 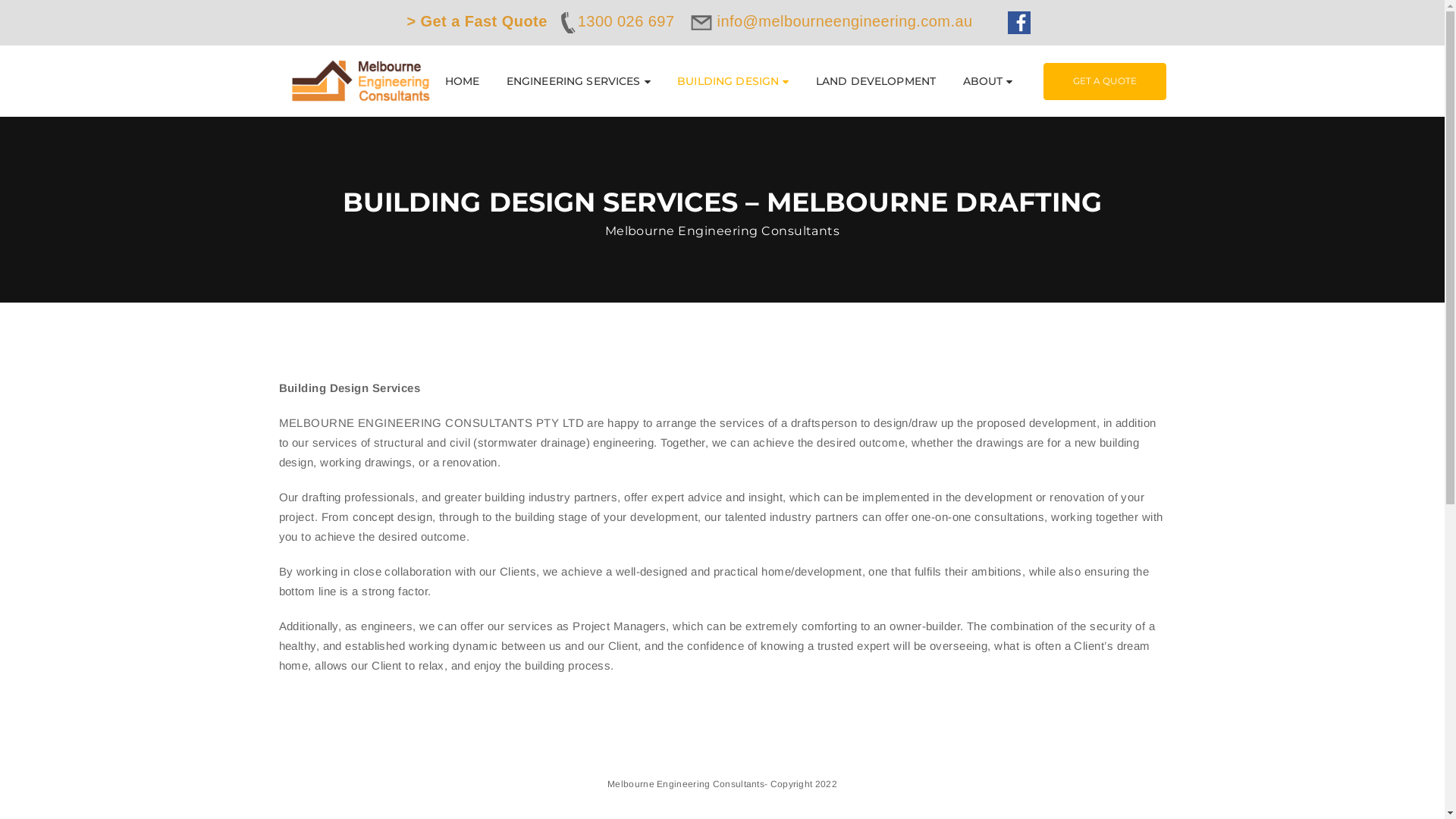 What do you see at coordinates (1105, 80) in the screenshot?
I see `'GET A QUOTE'` at bounding box center [1105, 80].